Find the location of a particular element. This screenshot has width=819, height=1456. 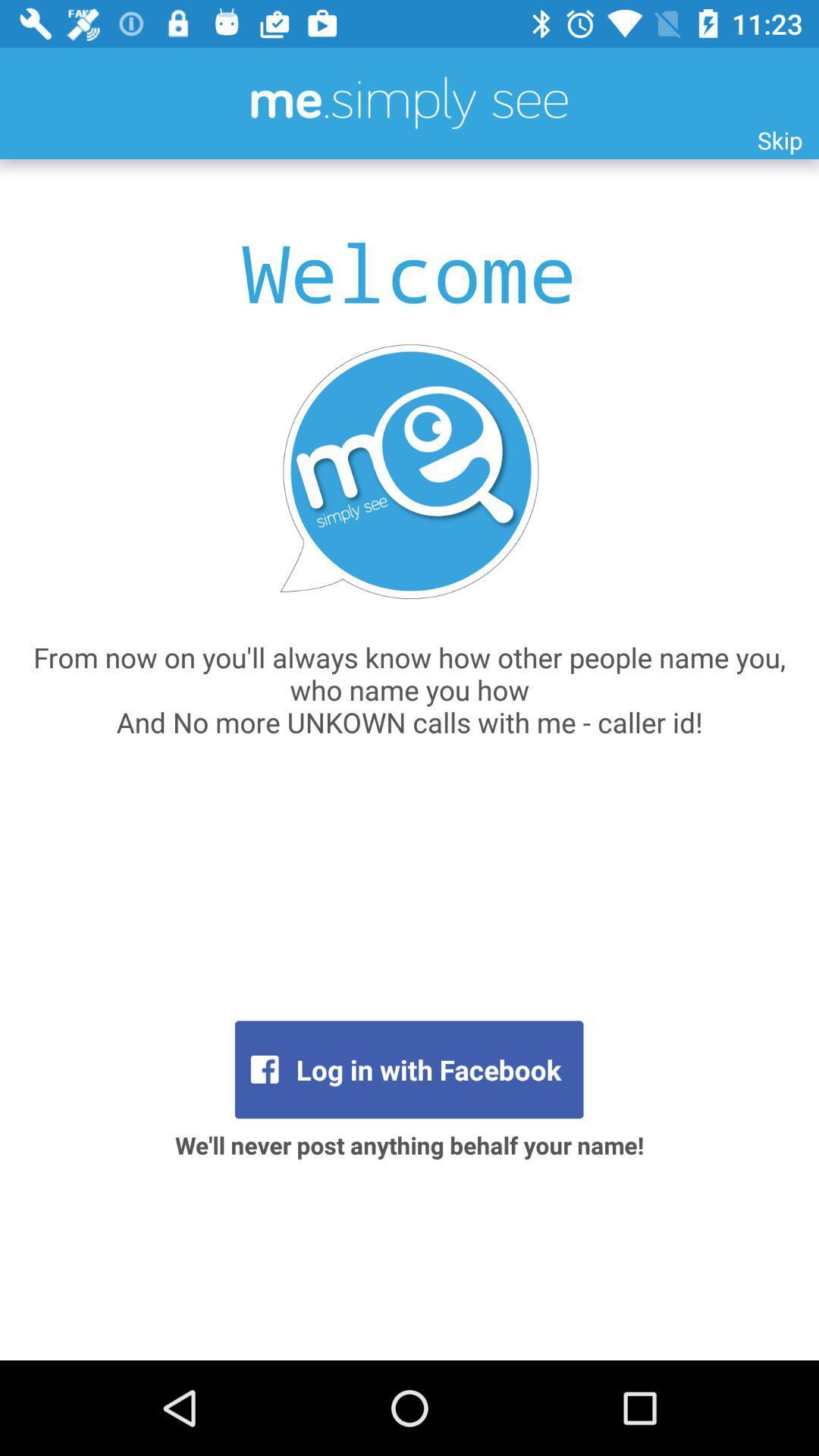

skip item is located at coordinates (780, 140).